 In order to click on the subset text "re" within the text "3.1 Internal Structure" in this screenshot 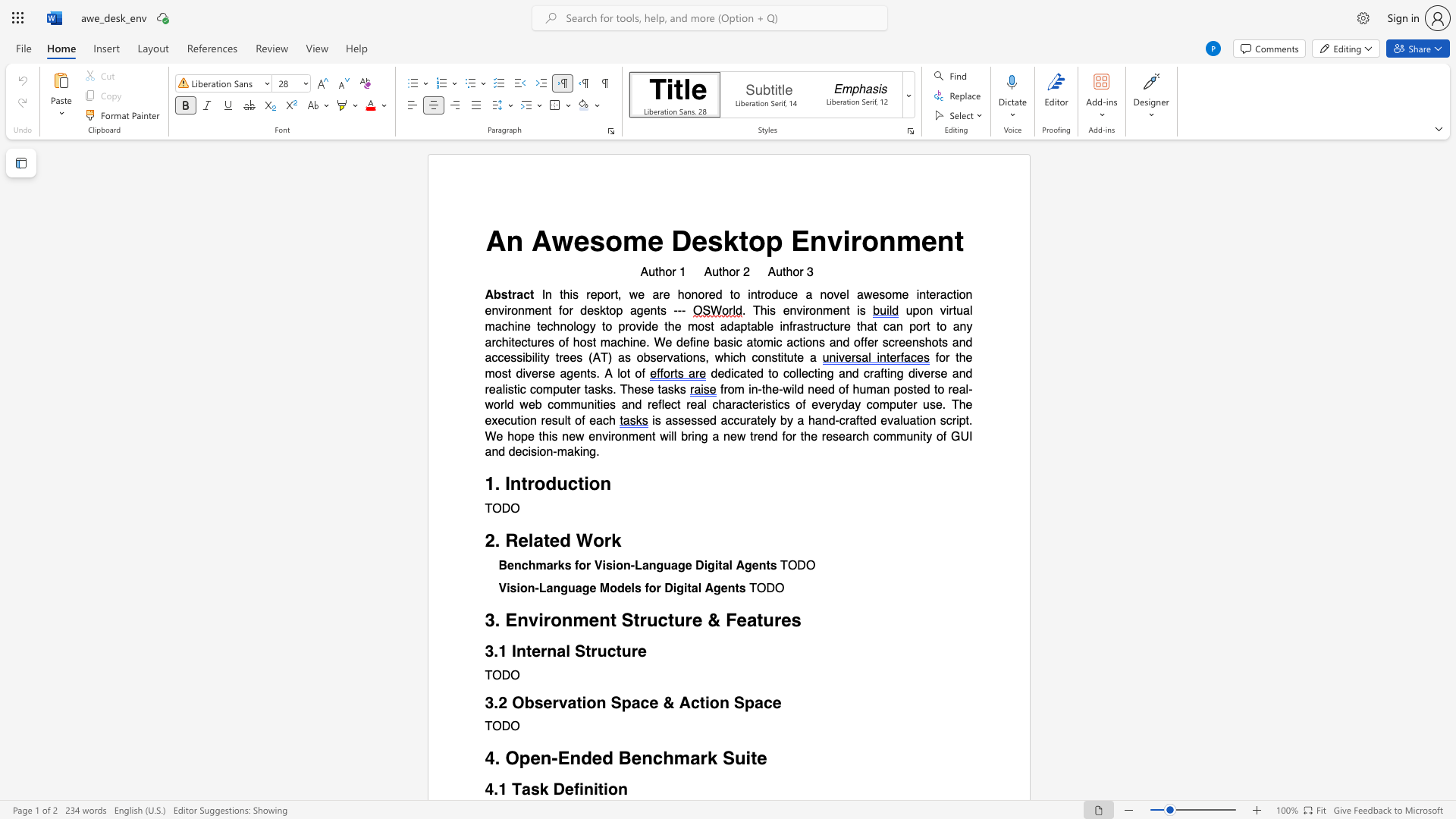, I will do `click(631, 650)`.